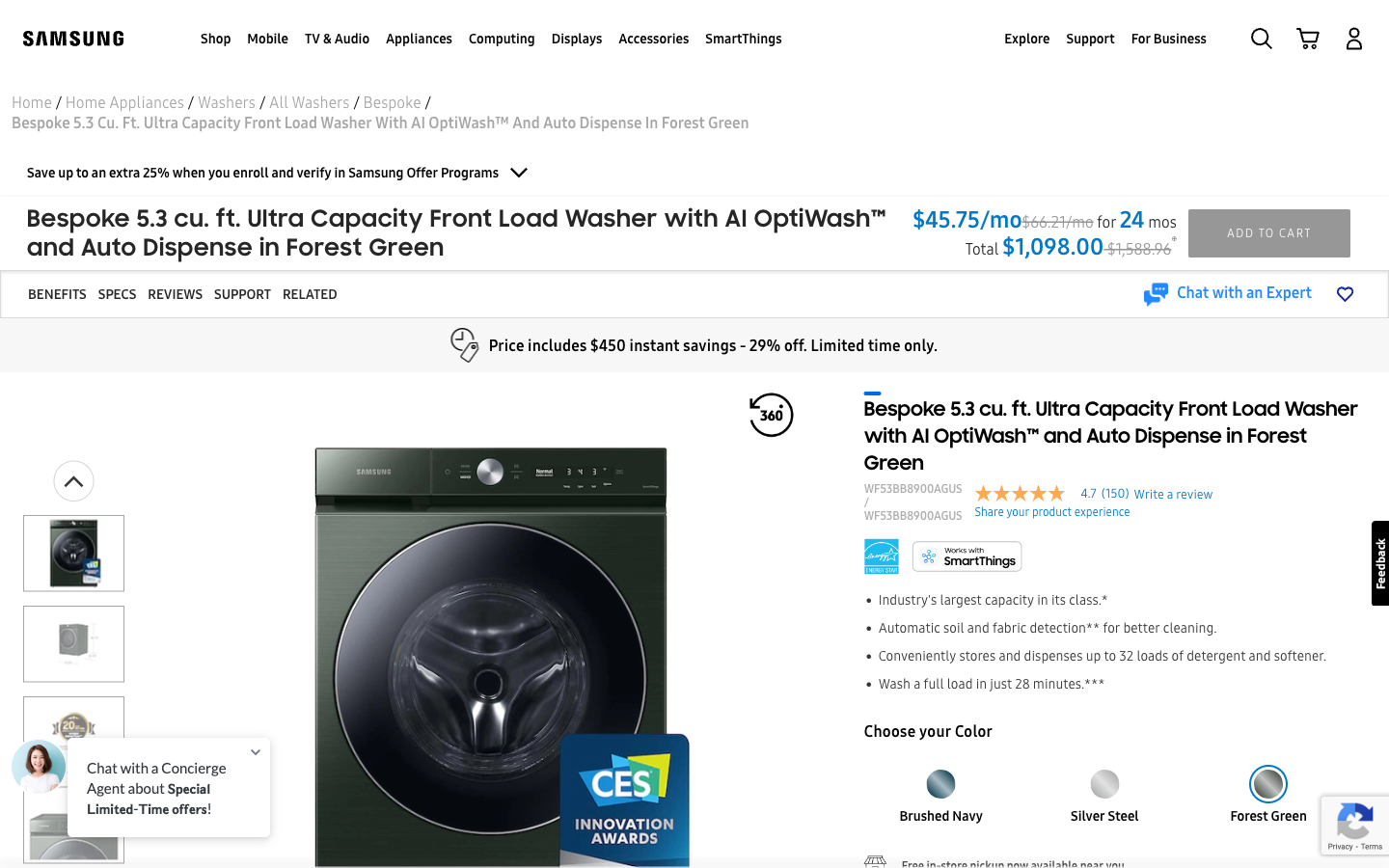  Describe the element at coordinates (73, 479) in the screenshot. I see `the top of the photo library and magnify the first picture` at that location.